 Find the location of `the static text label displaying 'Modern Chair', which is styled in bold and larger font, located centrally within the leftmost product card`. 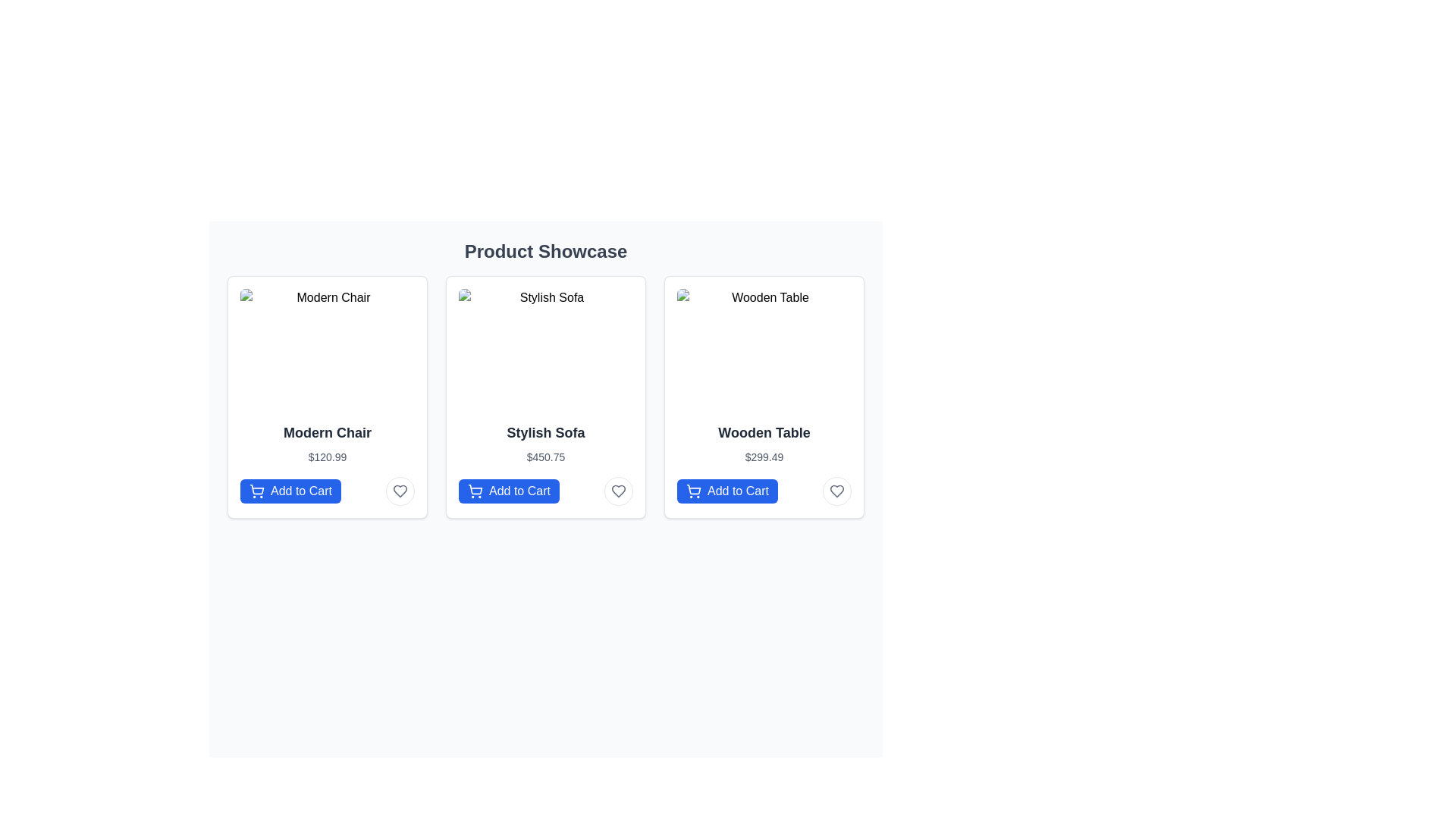

the static text label displaying 'Modern Chair', which is styled in bold and larger font, located centrally within the leftmost product card is located at coordinates (327, 432).